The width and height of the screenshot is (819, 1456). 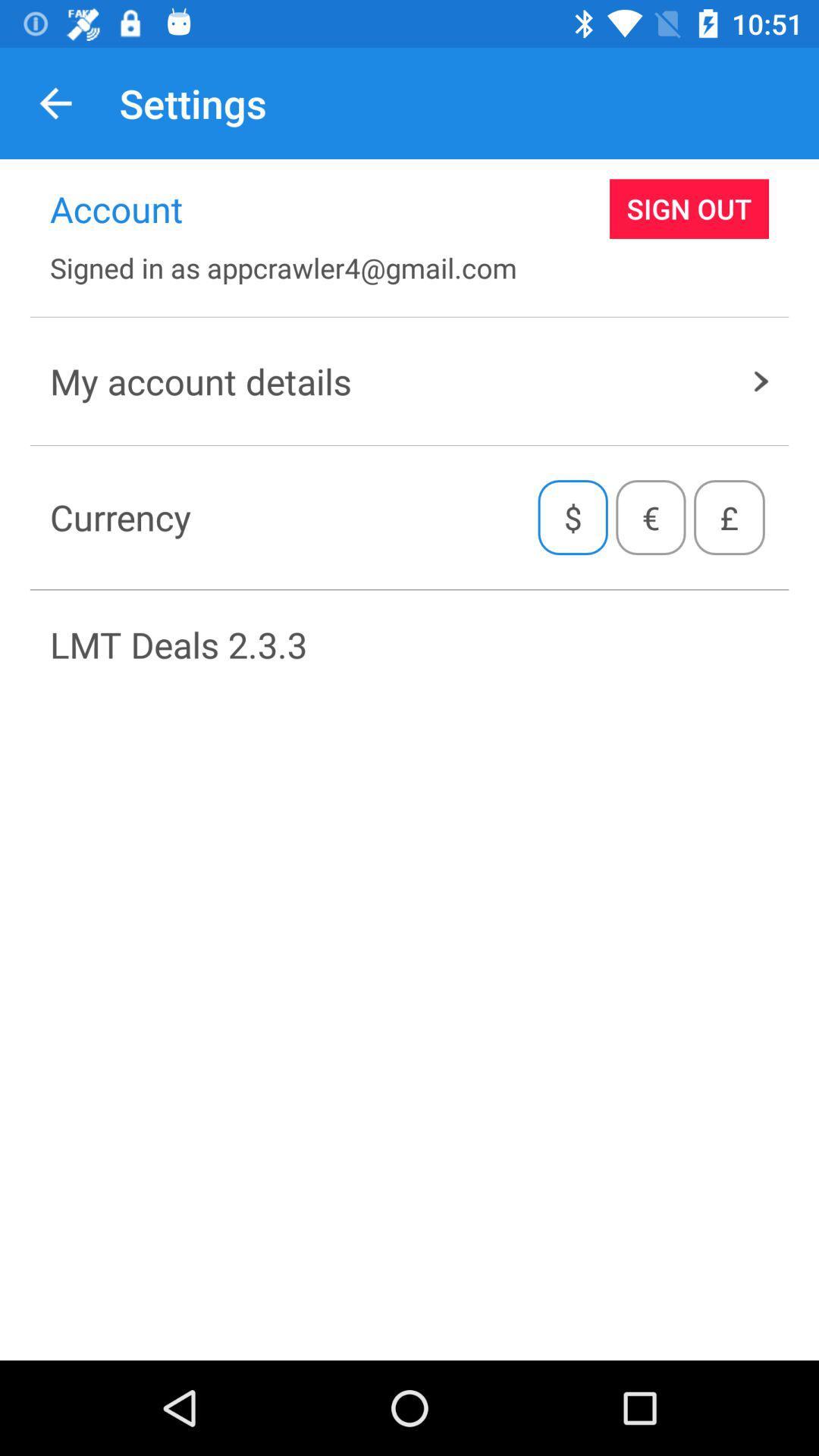 I want to click on icon above the account, so click(x=55, y=102).